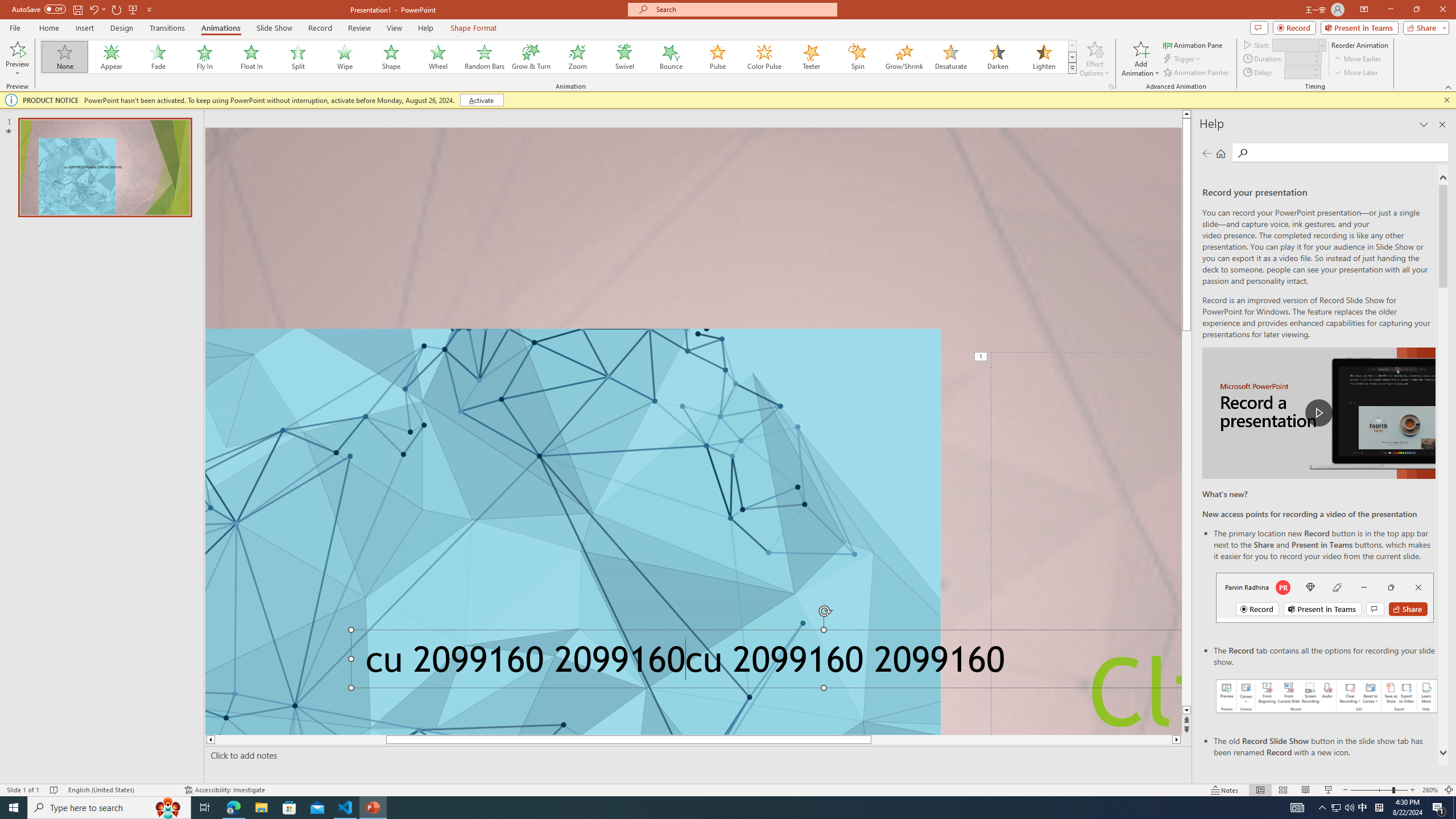  Describe the element at coordinates (1085, 543) in the screenshot. I see `'Title TextBox'` at that location.